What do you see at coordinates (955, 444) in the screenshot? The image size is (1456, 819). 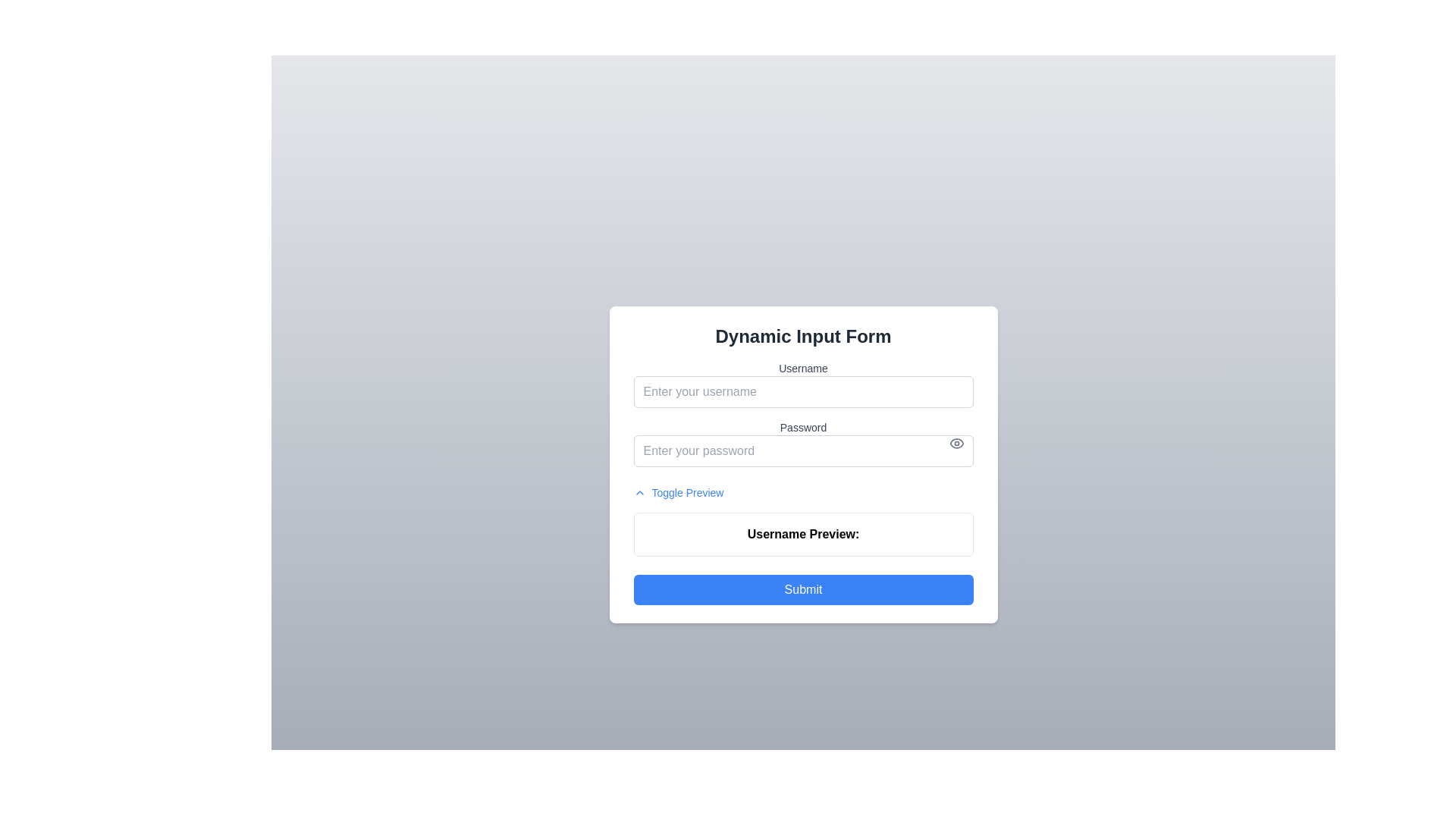 I see `the small eye icon, which is styled with an outline design and located next to the password input field` at bounding box center [955, 444].